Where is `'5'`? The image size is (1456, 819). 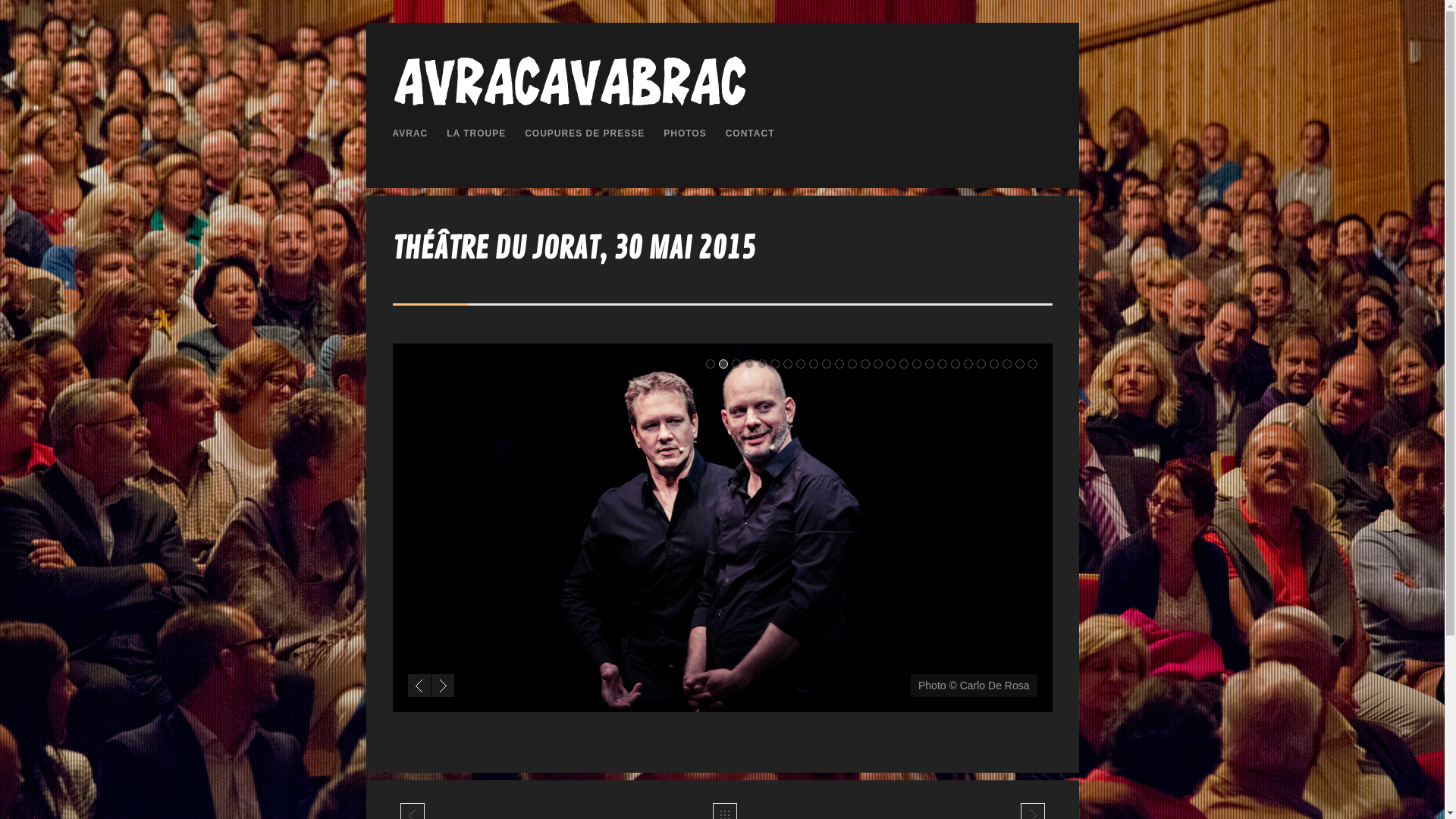 '5' is located at coordinates (761, 363).